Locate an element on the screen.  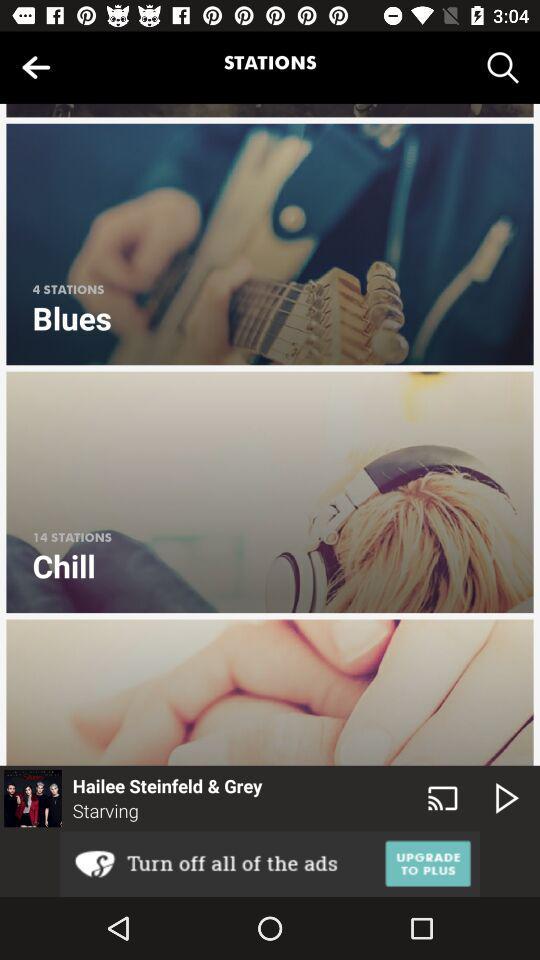
the play icon is located at coordinates (507, 798).